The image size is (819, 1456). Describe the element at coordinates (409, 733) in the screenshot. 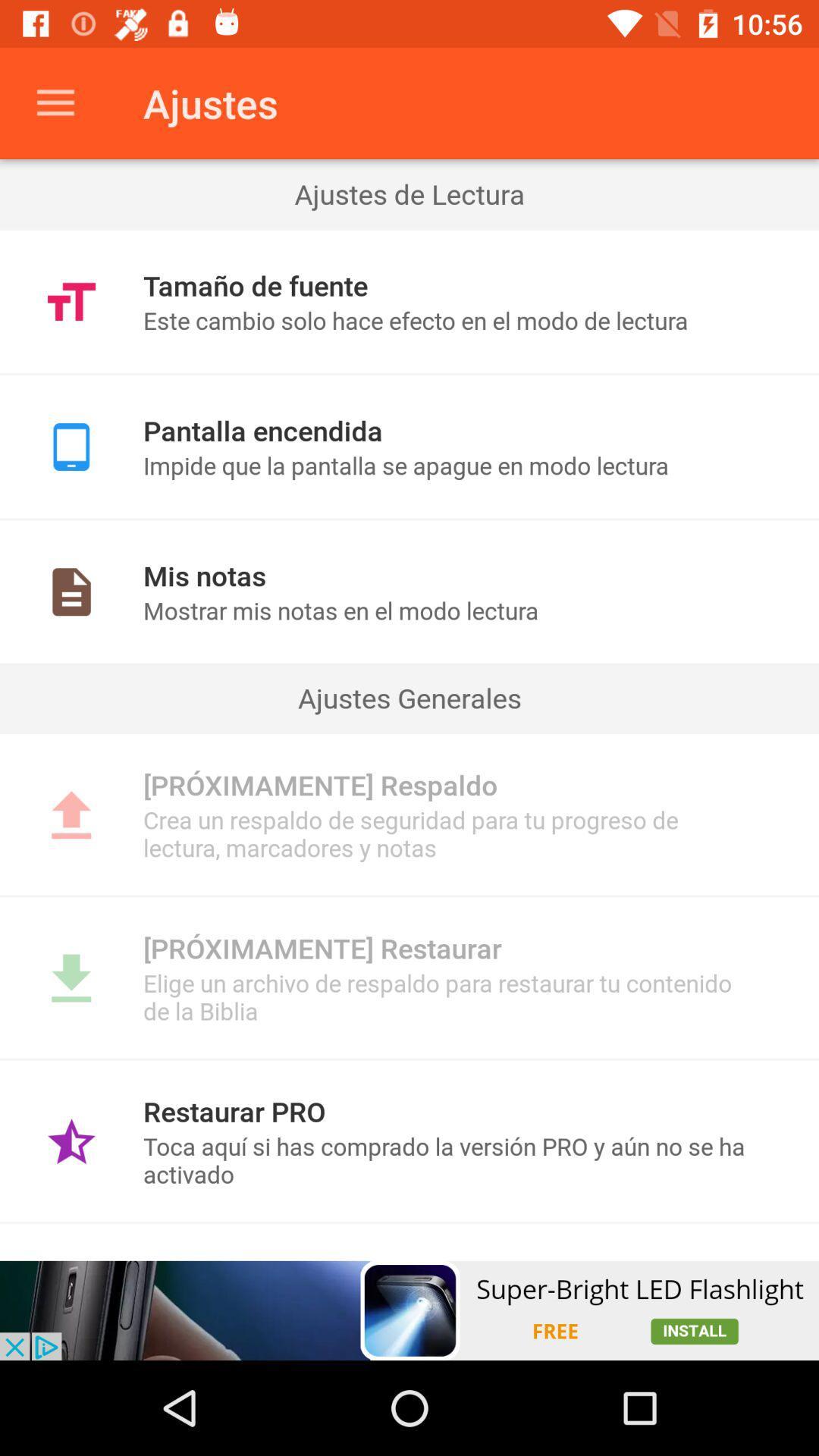

I see `item below ajustes generales item` at that location.